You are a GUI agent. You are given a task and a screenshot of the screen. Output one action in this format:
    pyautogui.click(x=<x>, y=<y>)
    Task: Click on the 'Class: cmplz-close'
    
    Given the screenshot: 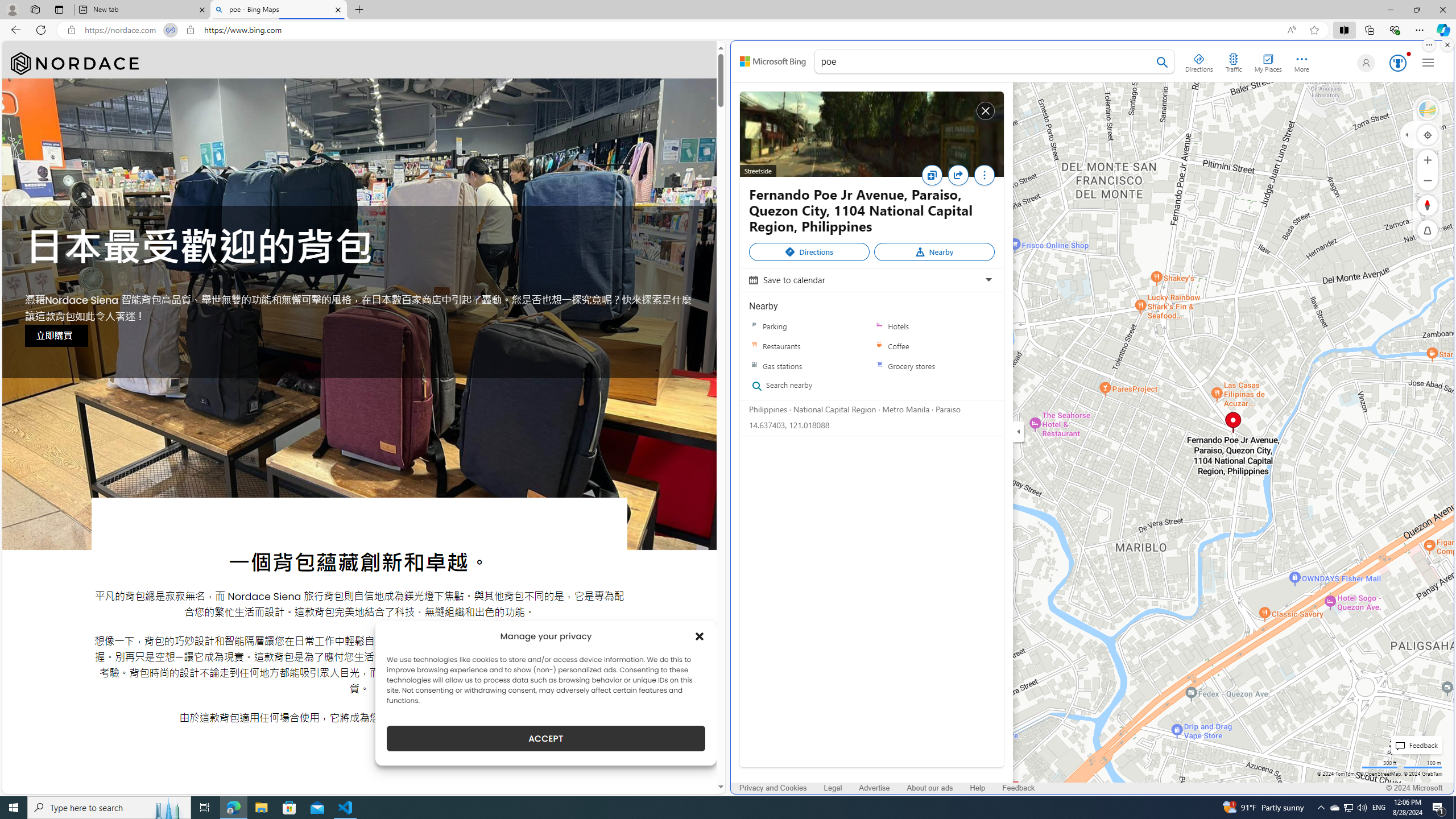 What is the action you would take?
    pyautogui.click(x=700, y=636)
    